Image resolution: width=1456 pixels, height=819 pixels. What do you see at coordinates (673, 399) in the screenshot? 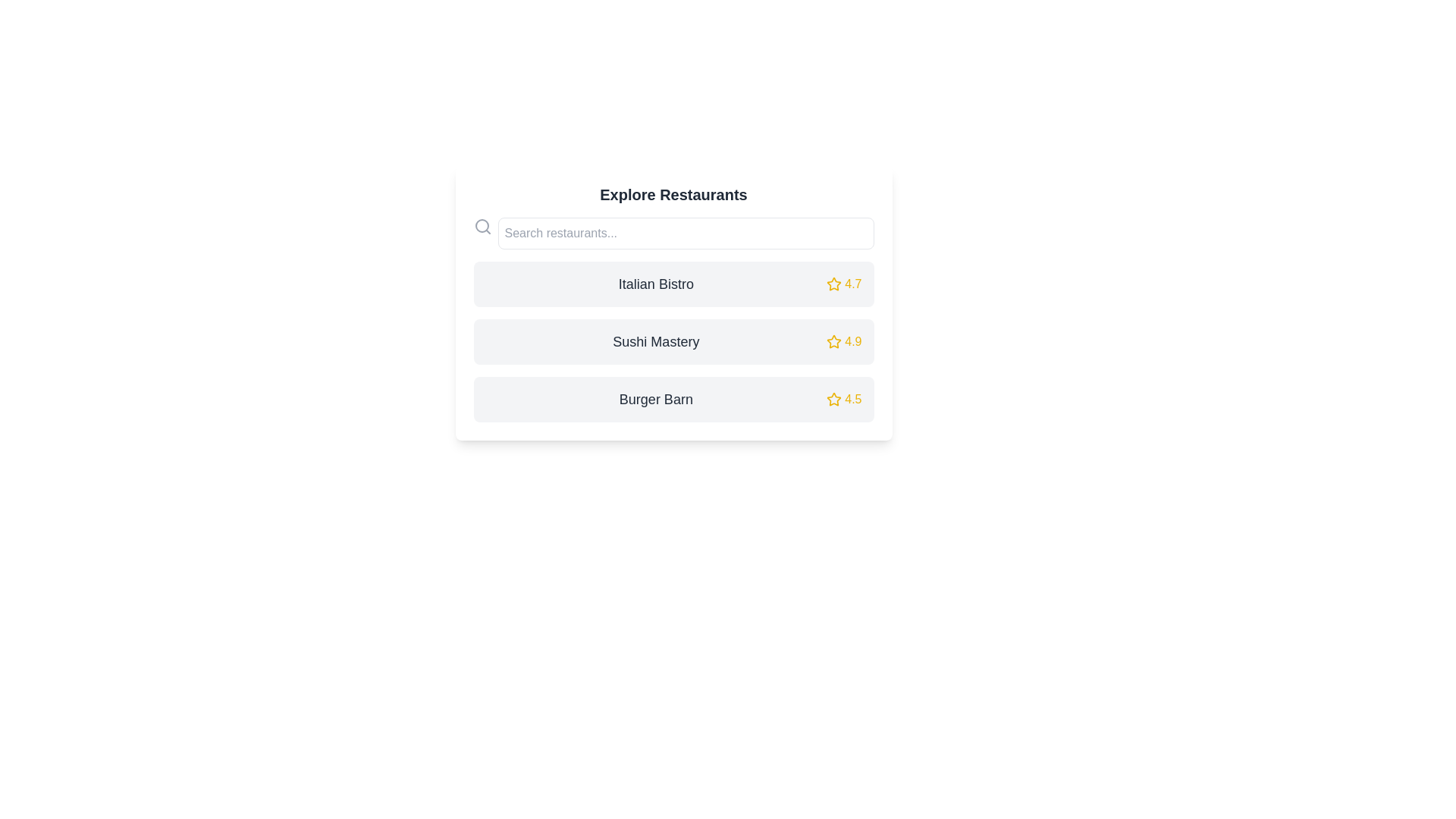
I see `the 'Burger Barn' list item, which is the third item in a vertical list of restaurants, featuring rounded corners, a light gray background, and a yellow star icon with a rating of '4.5'` at bounding box center [673, 399].